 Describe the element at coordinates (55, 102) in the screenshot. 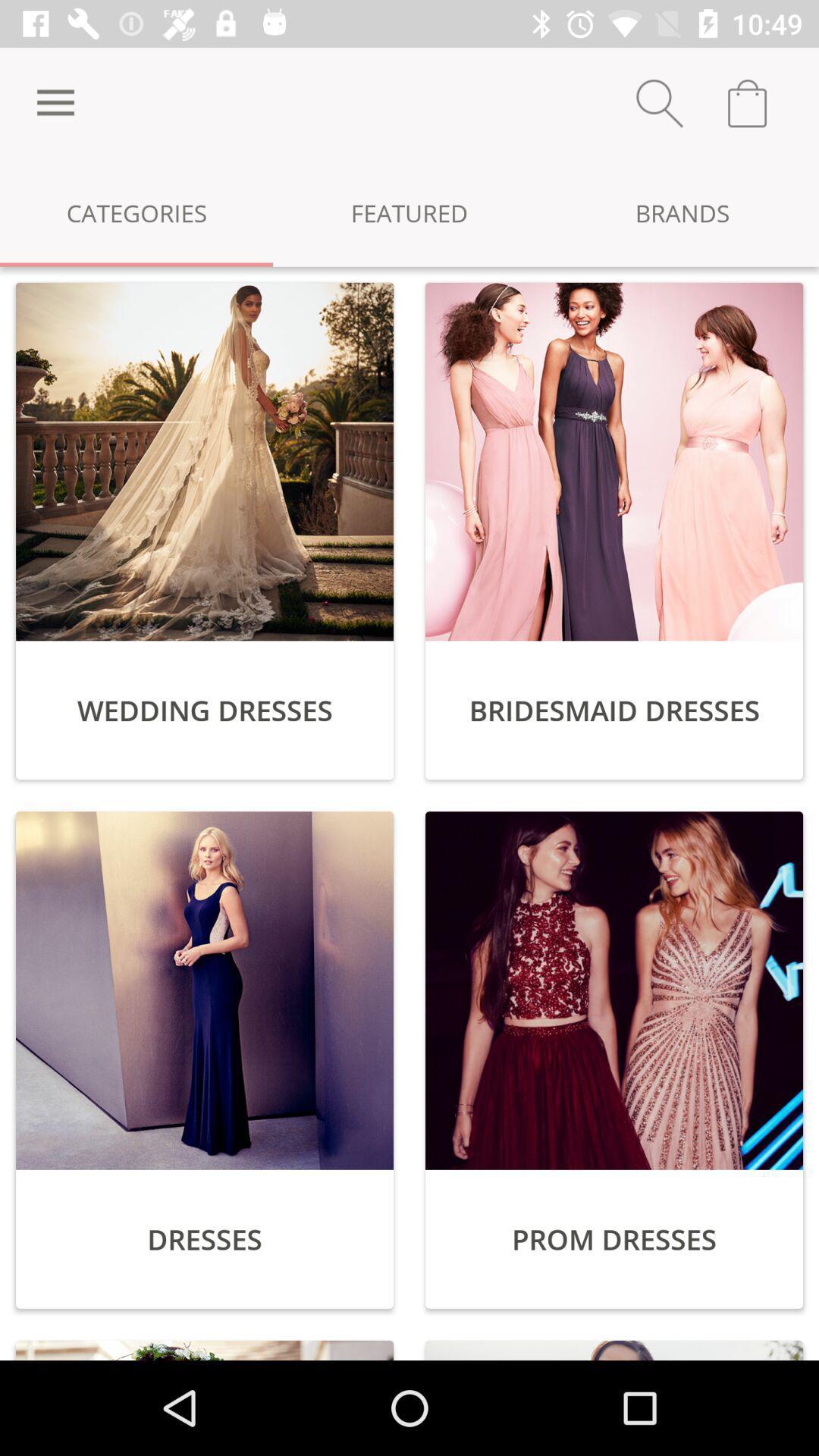

I see `icon next to the featured` at that location.